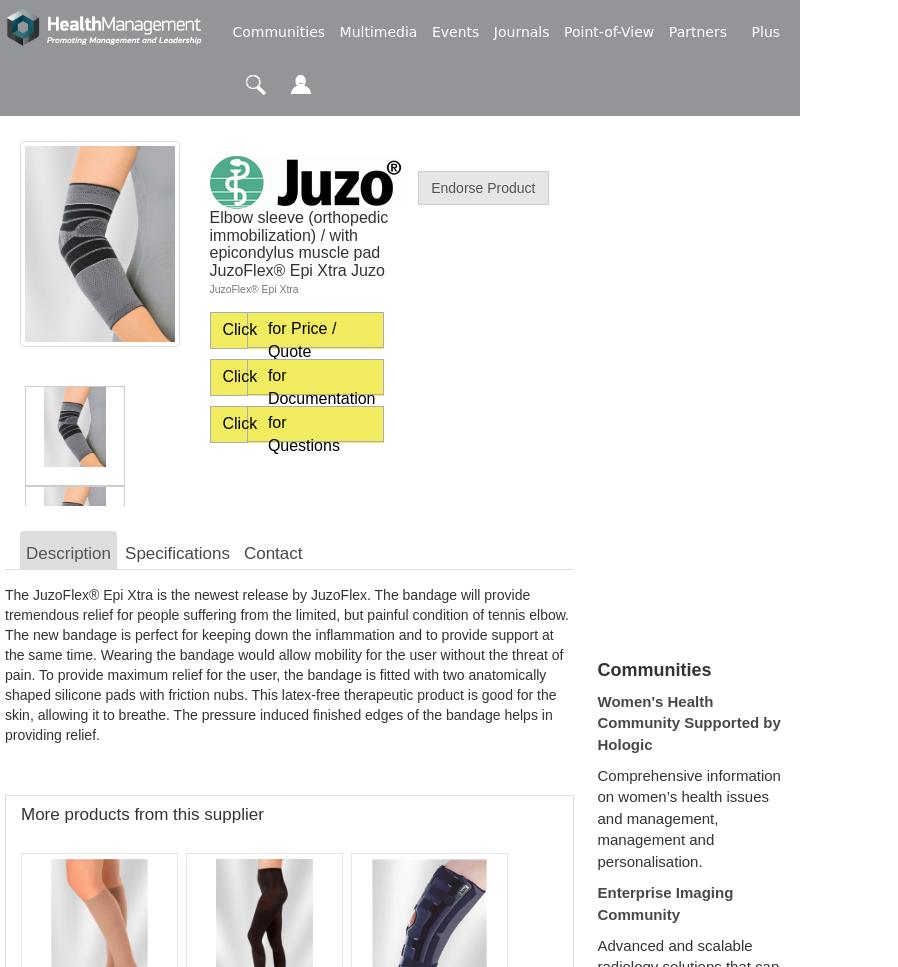 This screenshot has height=967, width=898. Describe the element at coordinates (301, 338) in the screenshot. I see `'for Price / Quote'` at that location.